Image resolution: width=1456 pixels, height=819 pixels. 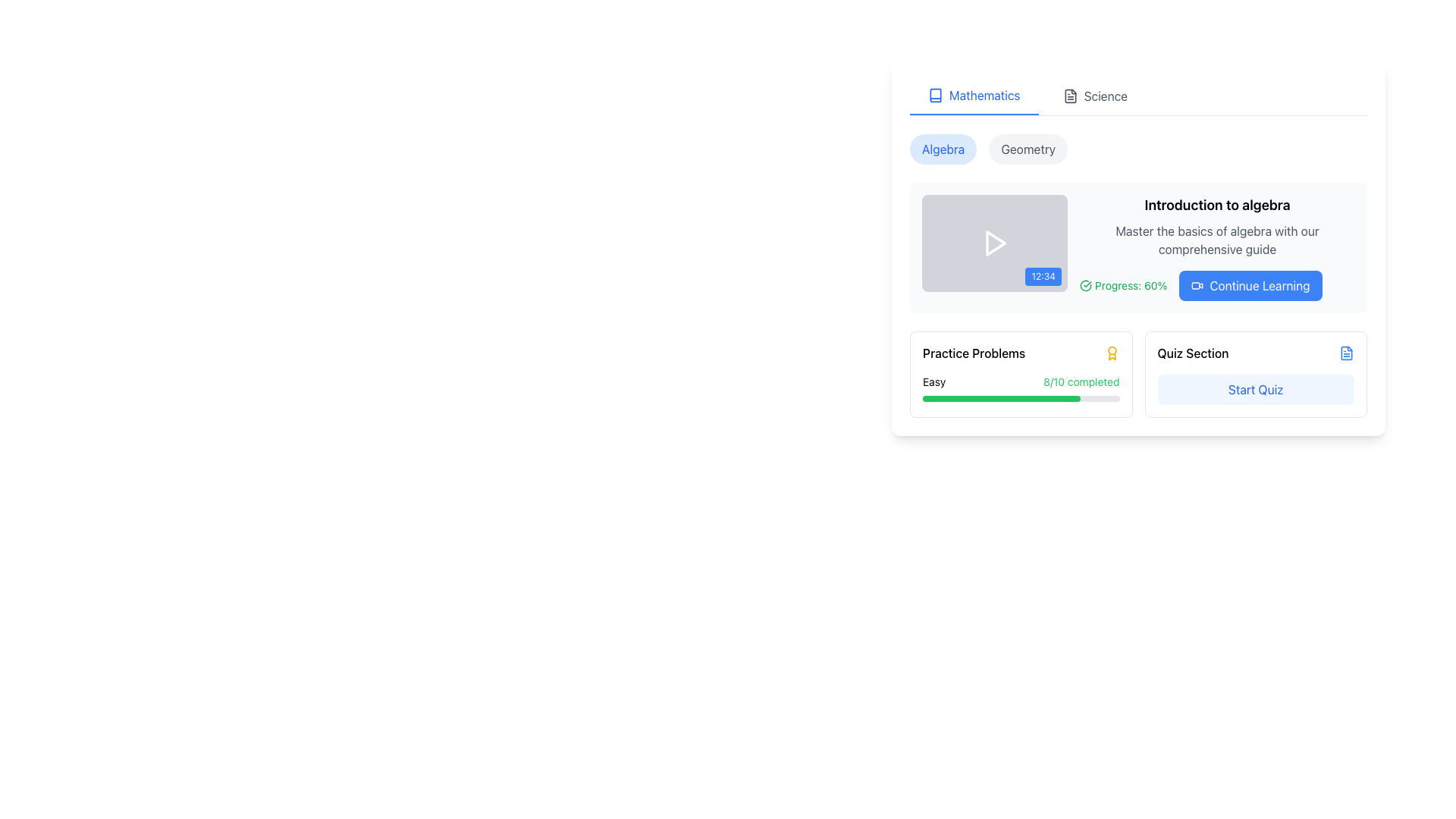 I want to click on the small book icon located on the top navigation bar, so click(x=934, y=96).